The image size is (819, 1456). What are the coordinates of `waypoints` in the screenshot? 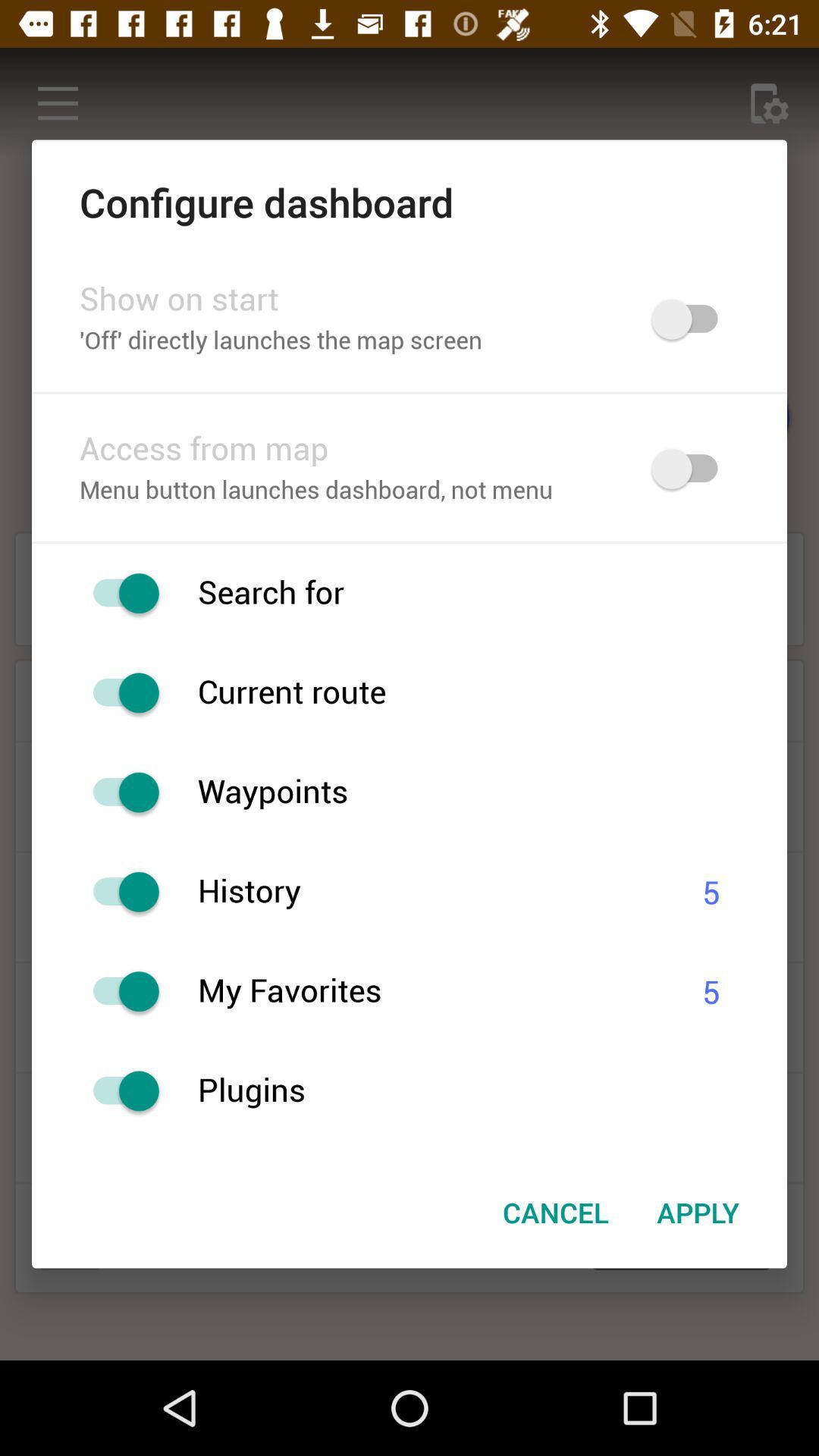 It's located at (118, 792).